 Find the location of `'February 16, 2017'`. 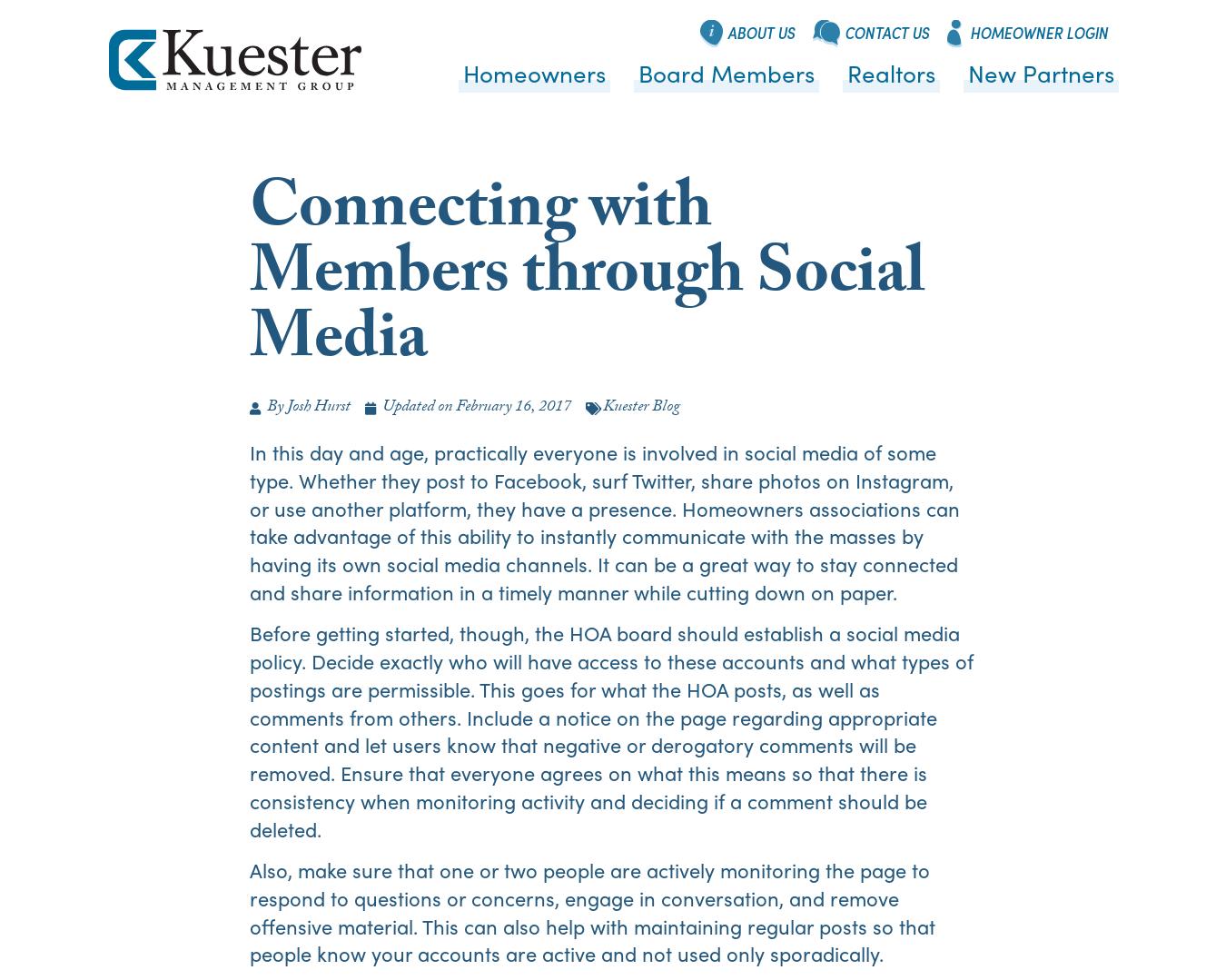

'February 16, 2017' is located at coordinates (510, 408).